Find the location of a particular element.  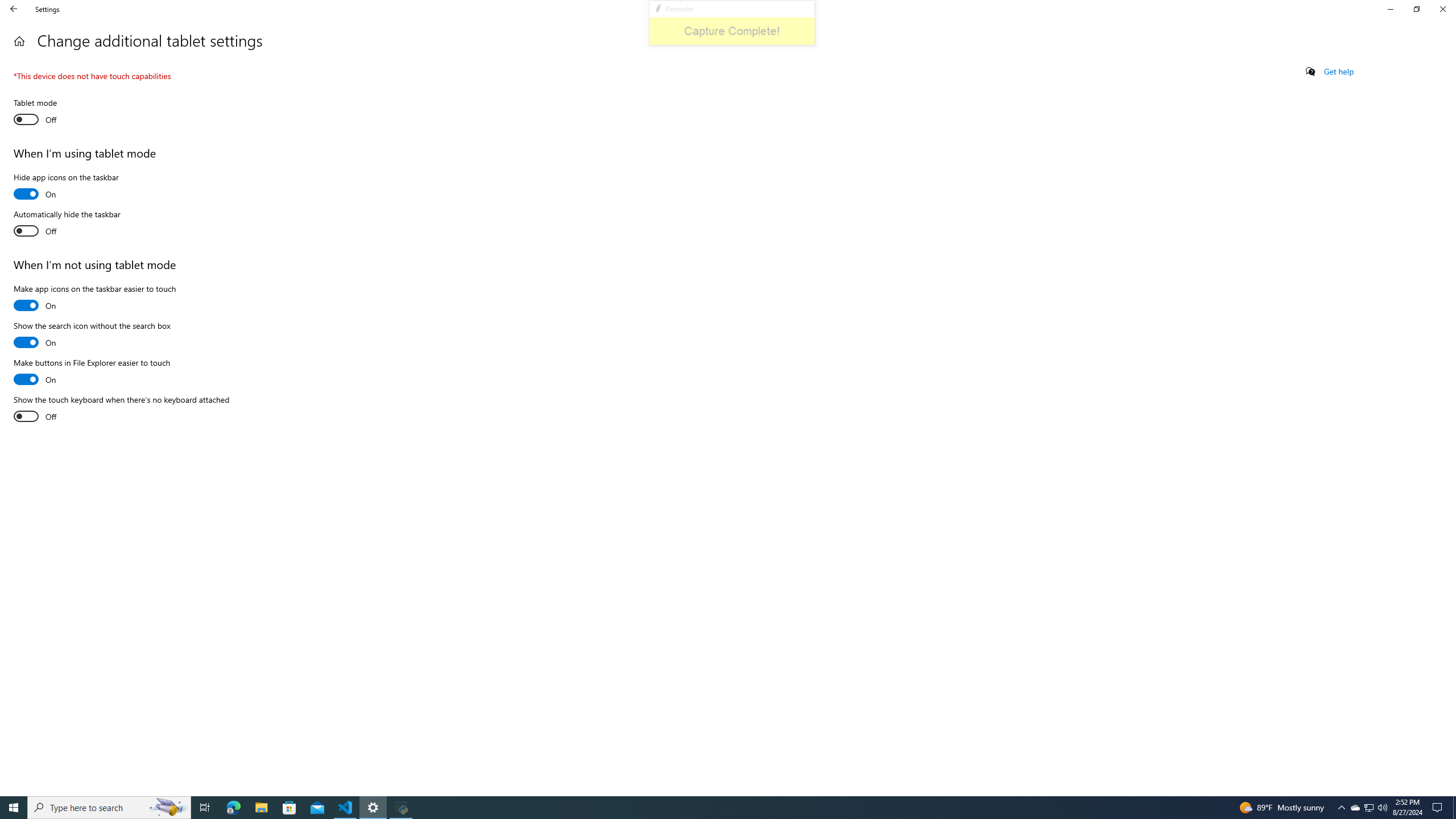

'Settings - 1 running window' is located at coordinates (373, 806).